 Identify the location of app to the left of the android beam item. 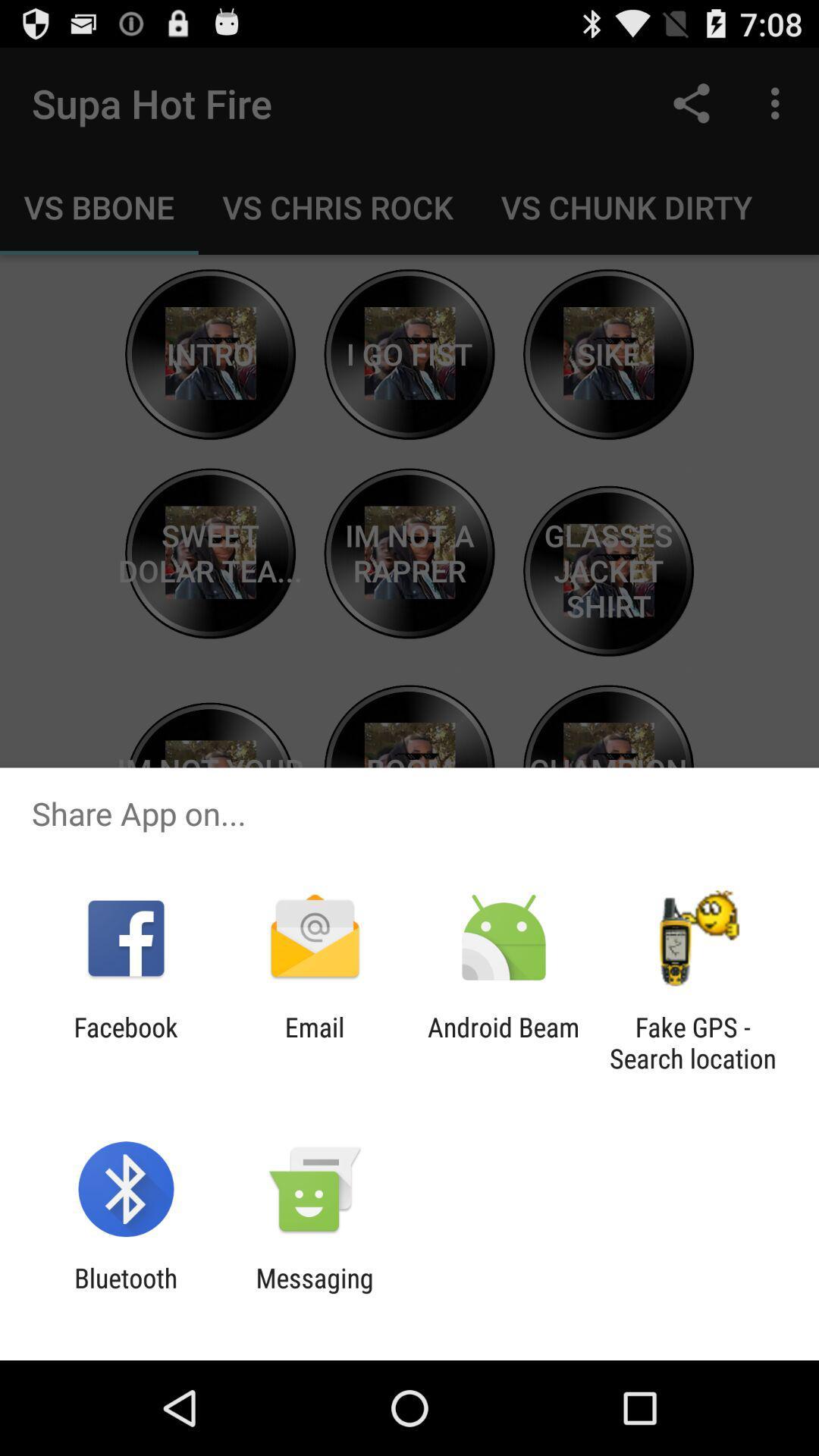
(314, 1042).